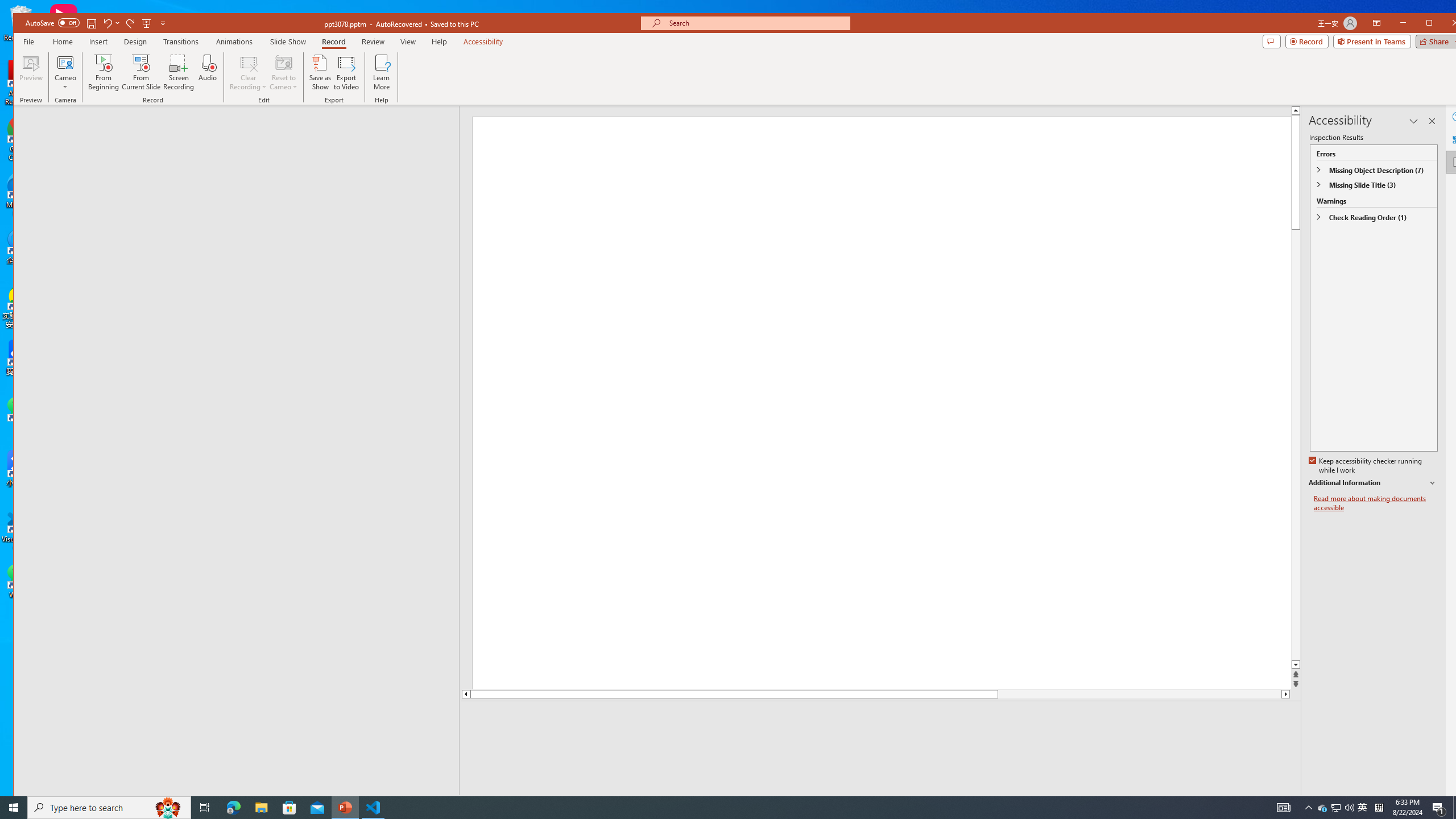 The width and height of the screenshot is (1456, 819). I want to click on 'From Current Slide...', so click(141, 72).